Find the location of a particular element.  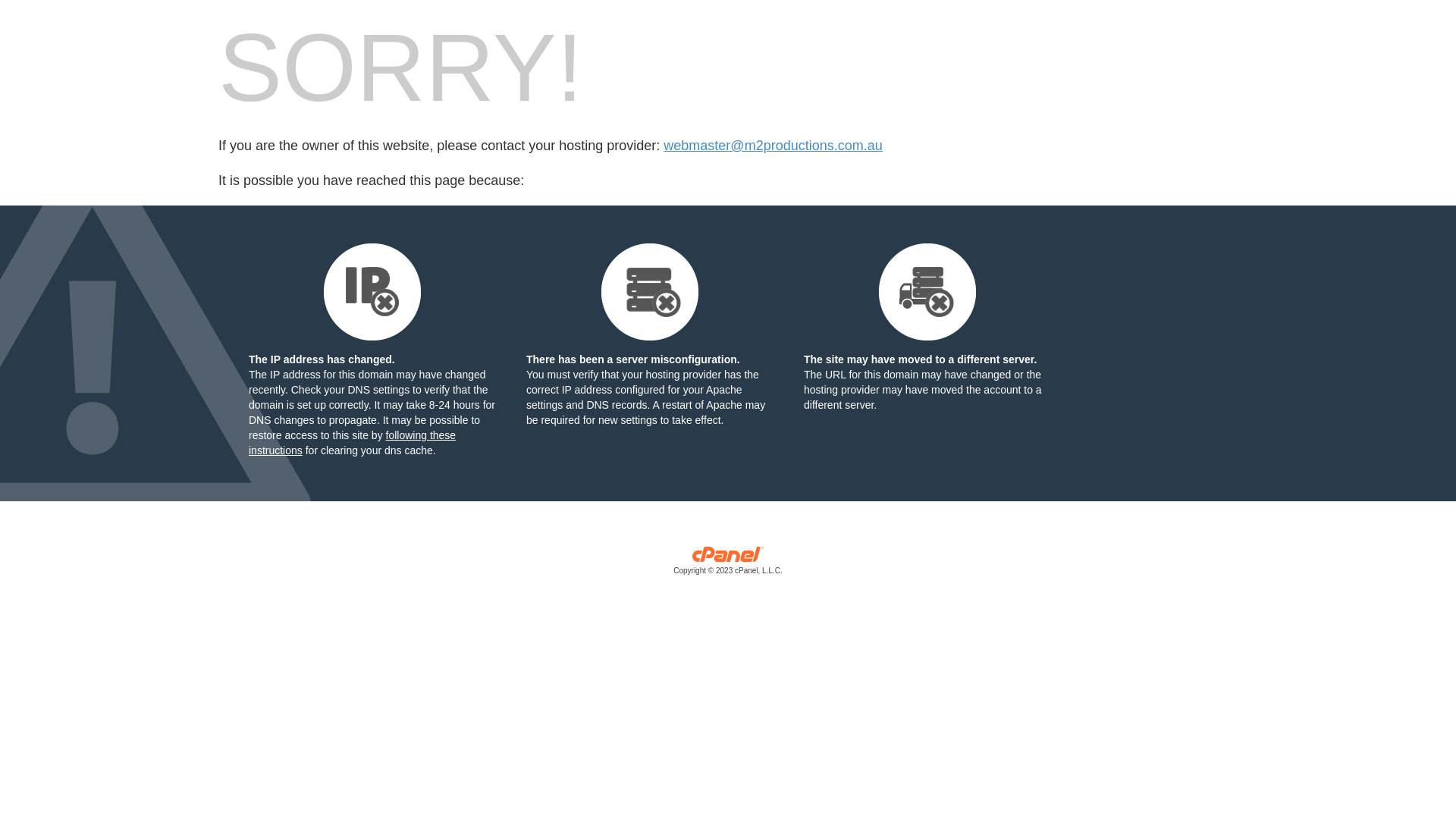

'webmaster@m2productions.com.au' is located at coordinates (772, 146).